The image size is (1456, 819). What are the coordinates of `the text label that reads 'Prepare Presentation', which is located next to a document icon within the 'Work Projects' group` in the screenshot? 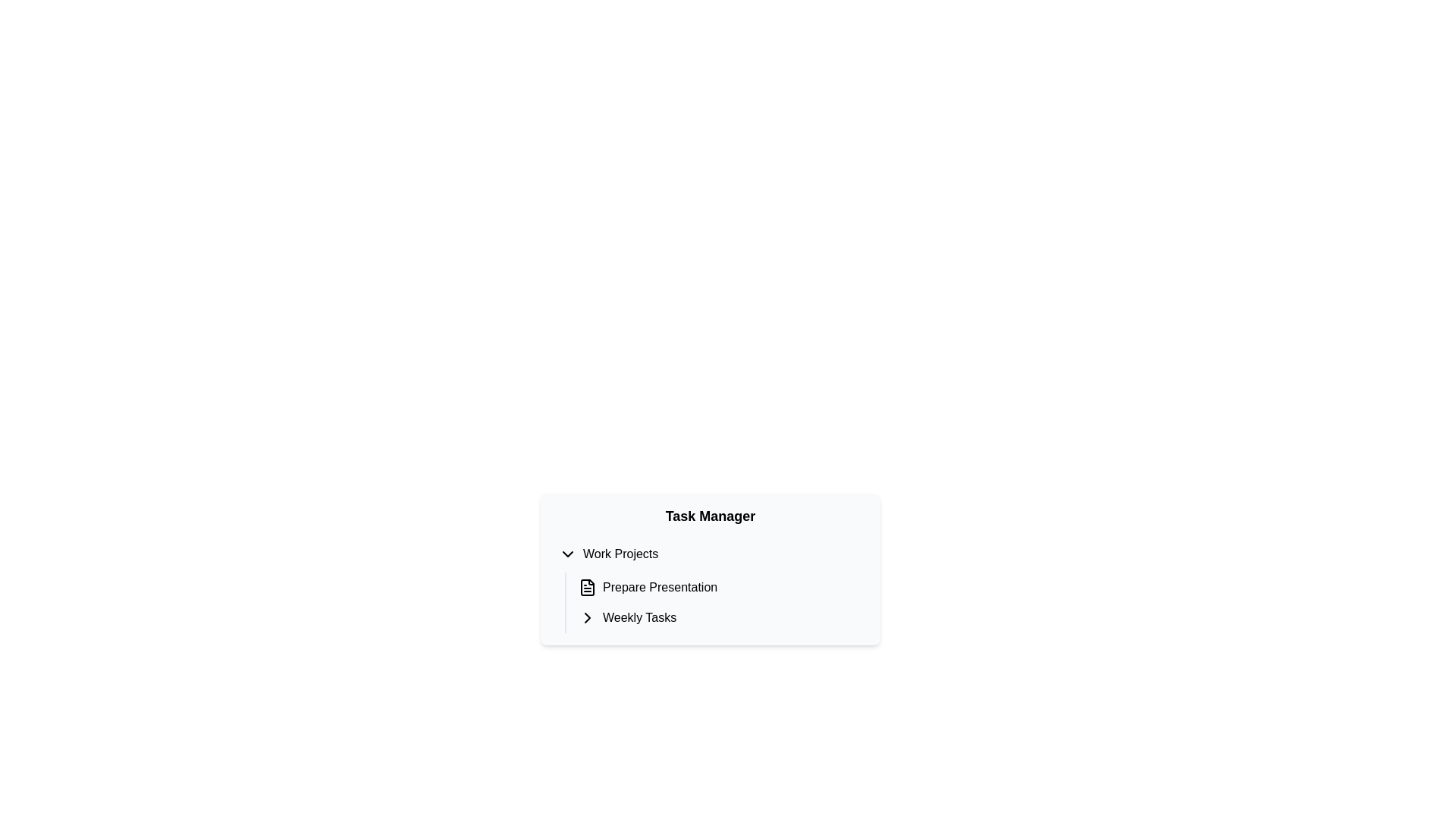 It's located at (660, 587).